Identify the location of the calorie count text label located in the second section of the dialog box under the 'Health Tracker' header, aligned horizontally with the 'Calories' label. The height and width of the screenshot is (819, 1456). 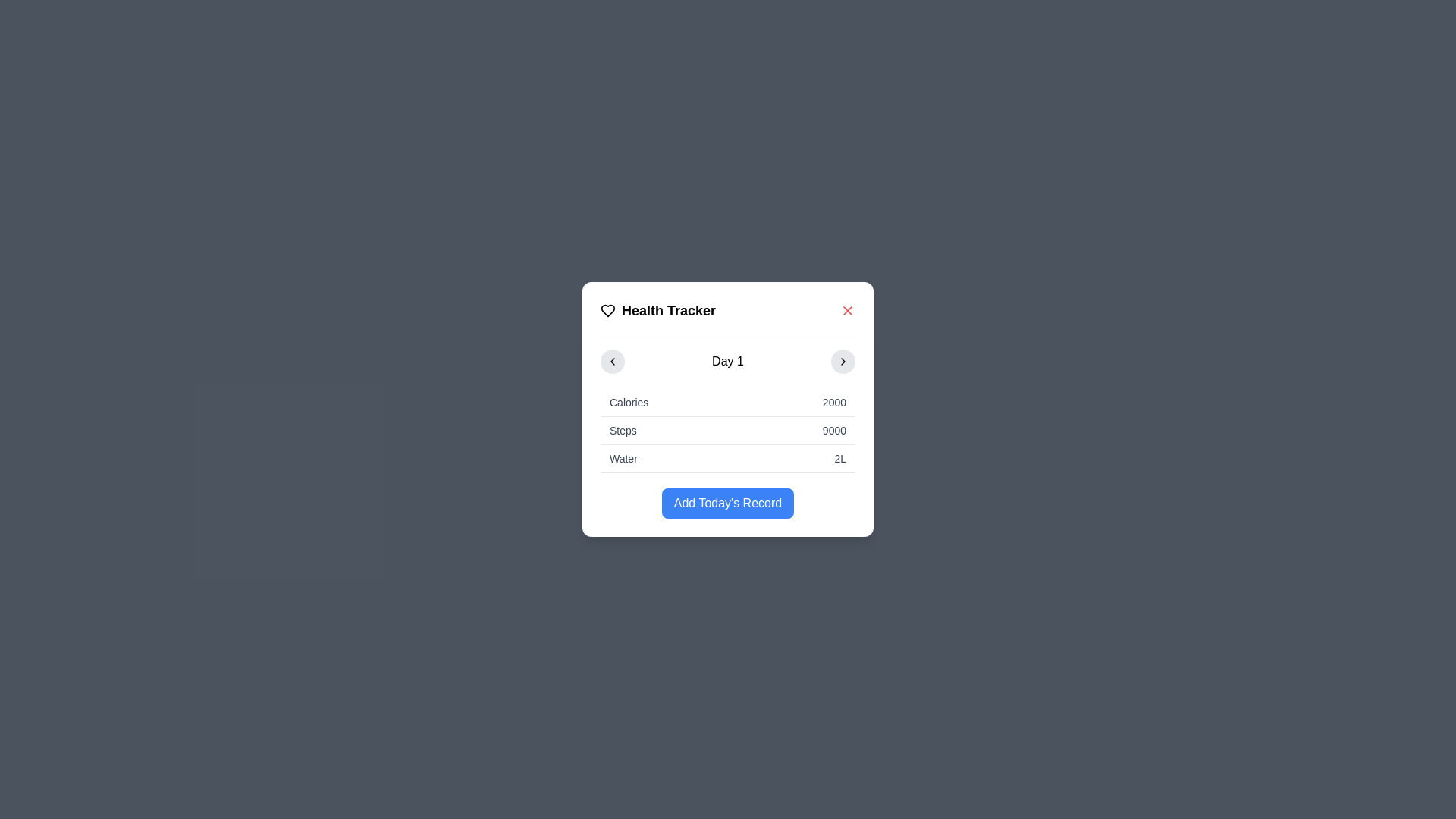
(833, 402).